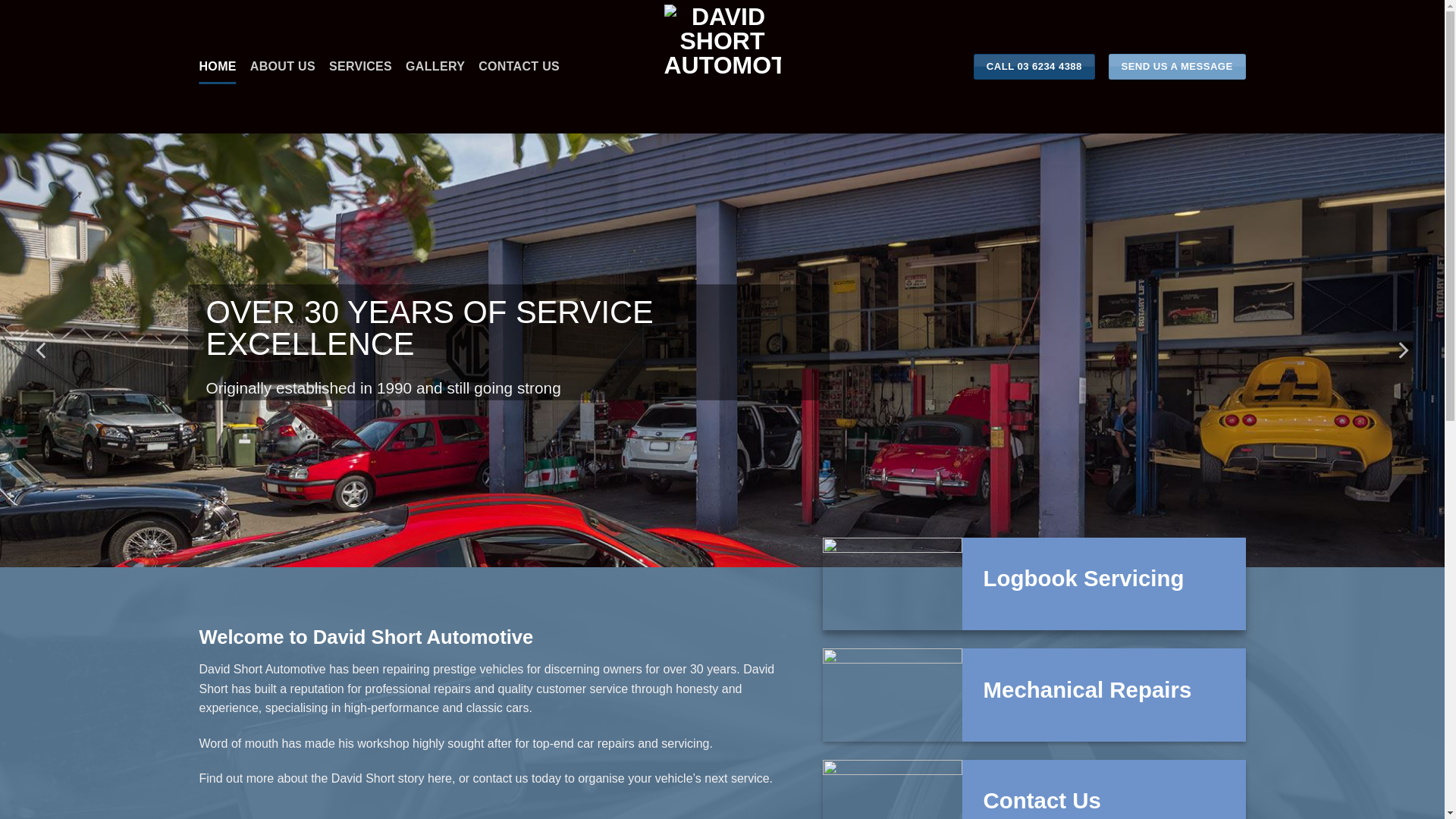 The height and width of the screenshot is (819, 1456). Describe the element at coordinates (435, 66) in the screenshot. I see `'GALLERY'` at that location.